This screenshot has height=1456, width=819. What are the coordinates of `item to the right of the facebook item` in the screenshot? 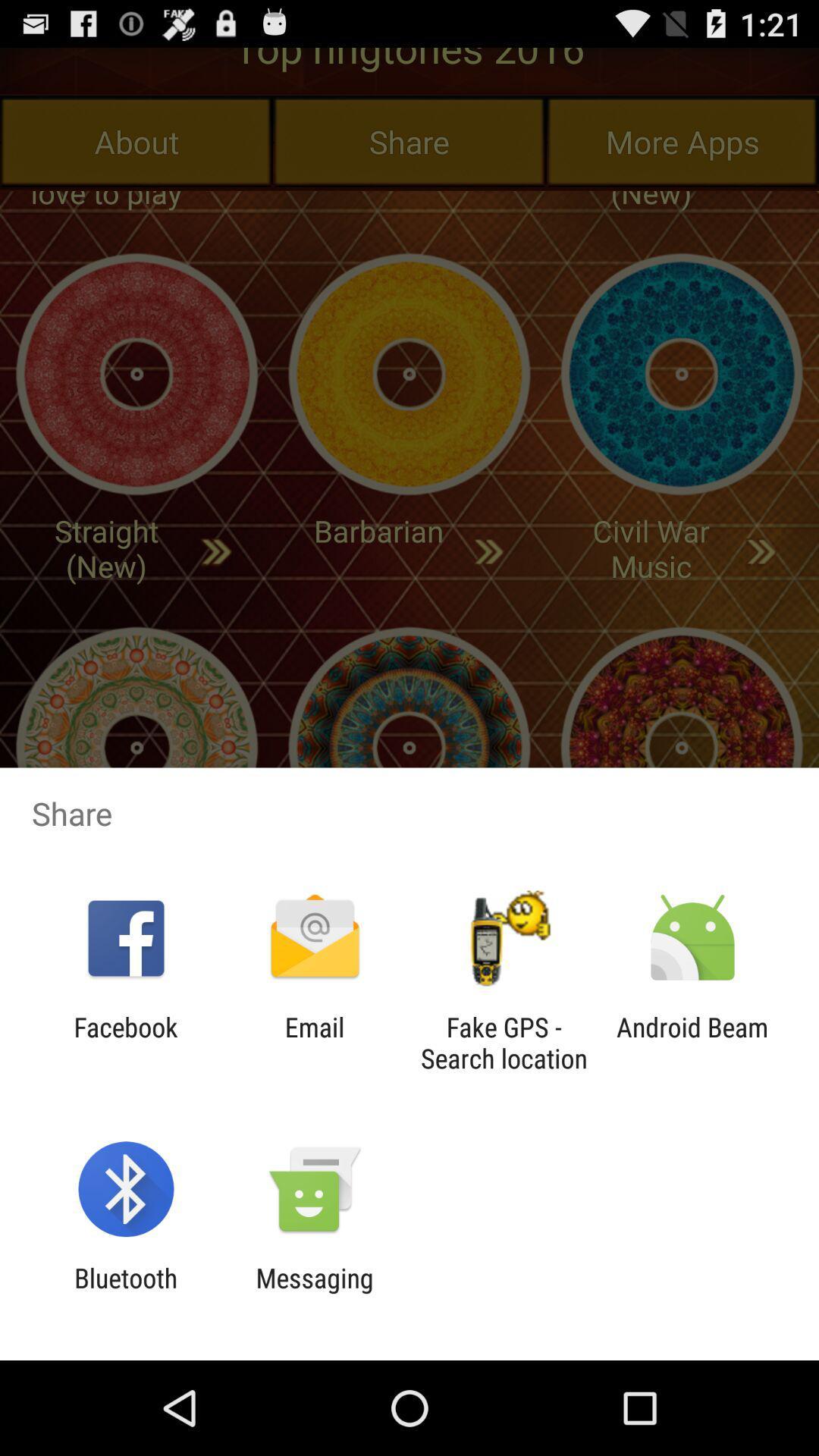 It's located at (314, 1042).